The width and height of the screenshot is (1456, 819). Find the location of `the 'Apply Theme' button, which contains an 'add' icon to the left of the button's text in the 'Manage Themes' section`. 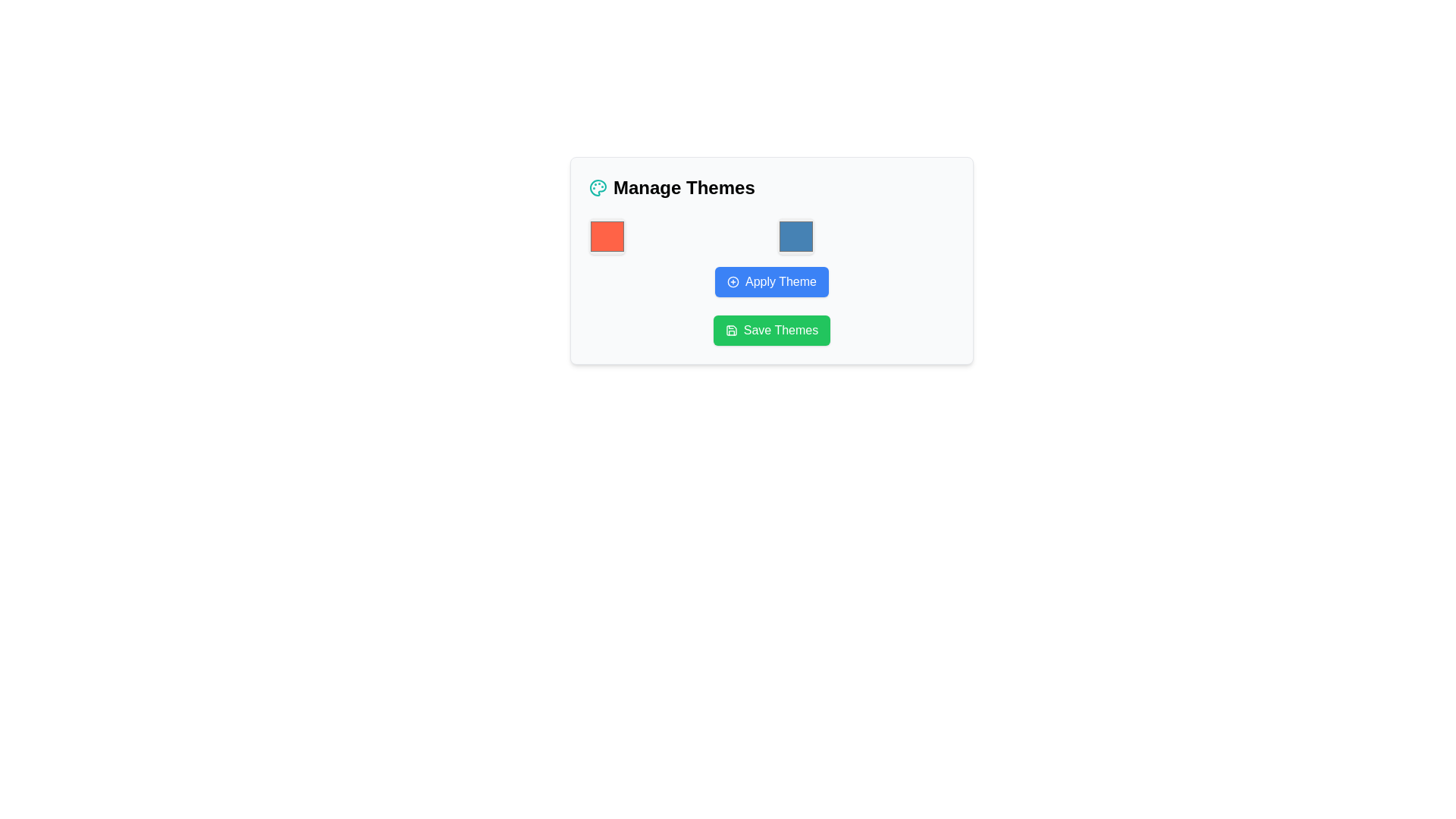

the 'Apply Theme' button, which contains an 'add' icon to the left of the button's text in the 'Manage Themes' section is located at coordinates (733, 281).